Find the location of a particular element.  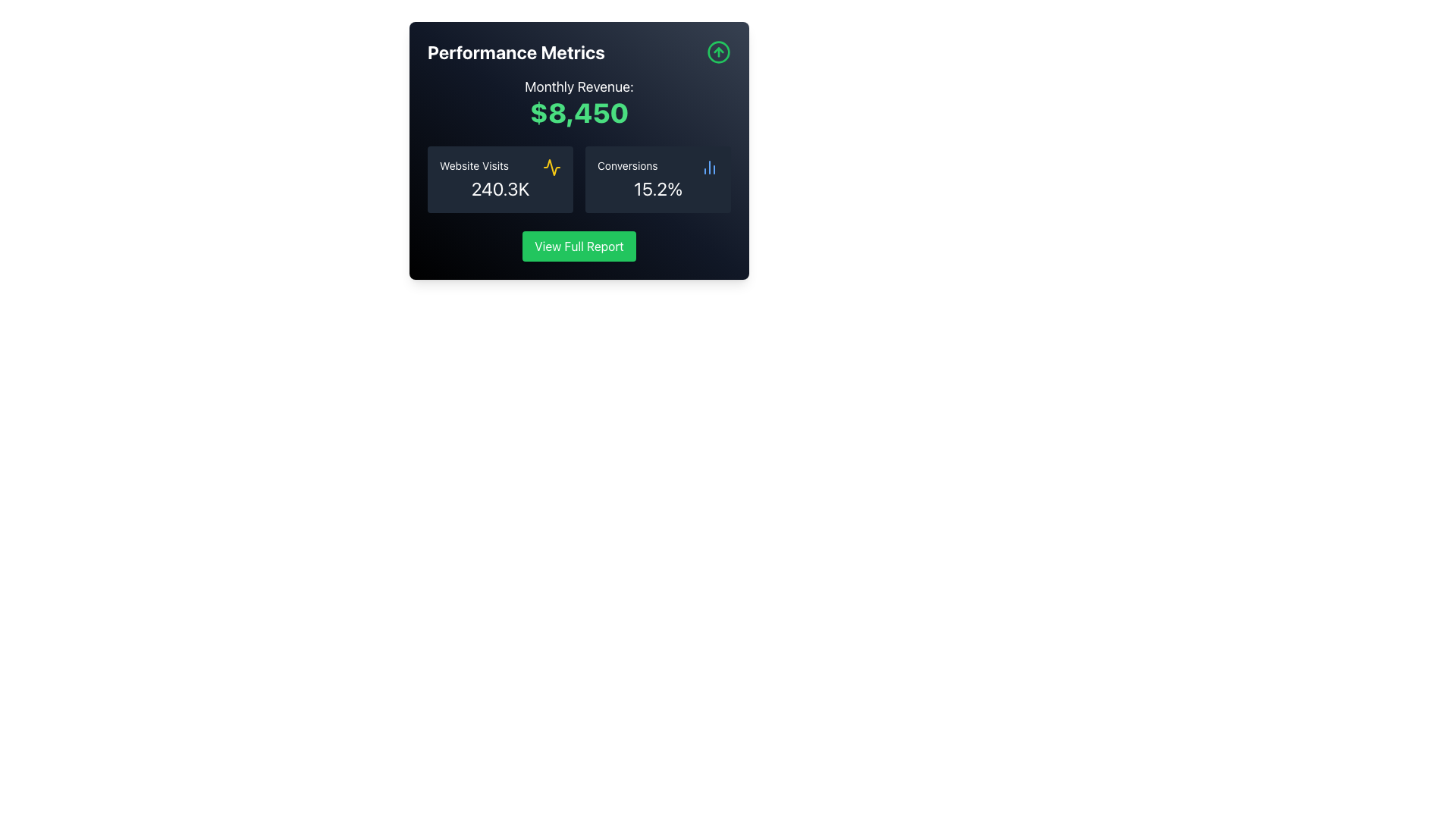

the text display showing 'Monthly Revenue:' and the value '$8,450' within the 'Performance Metrics' card is located at coordinates (578, 102).